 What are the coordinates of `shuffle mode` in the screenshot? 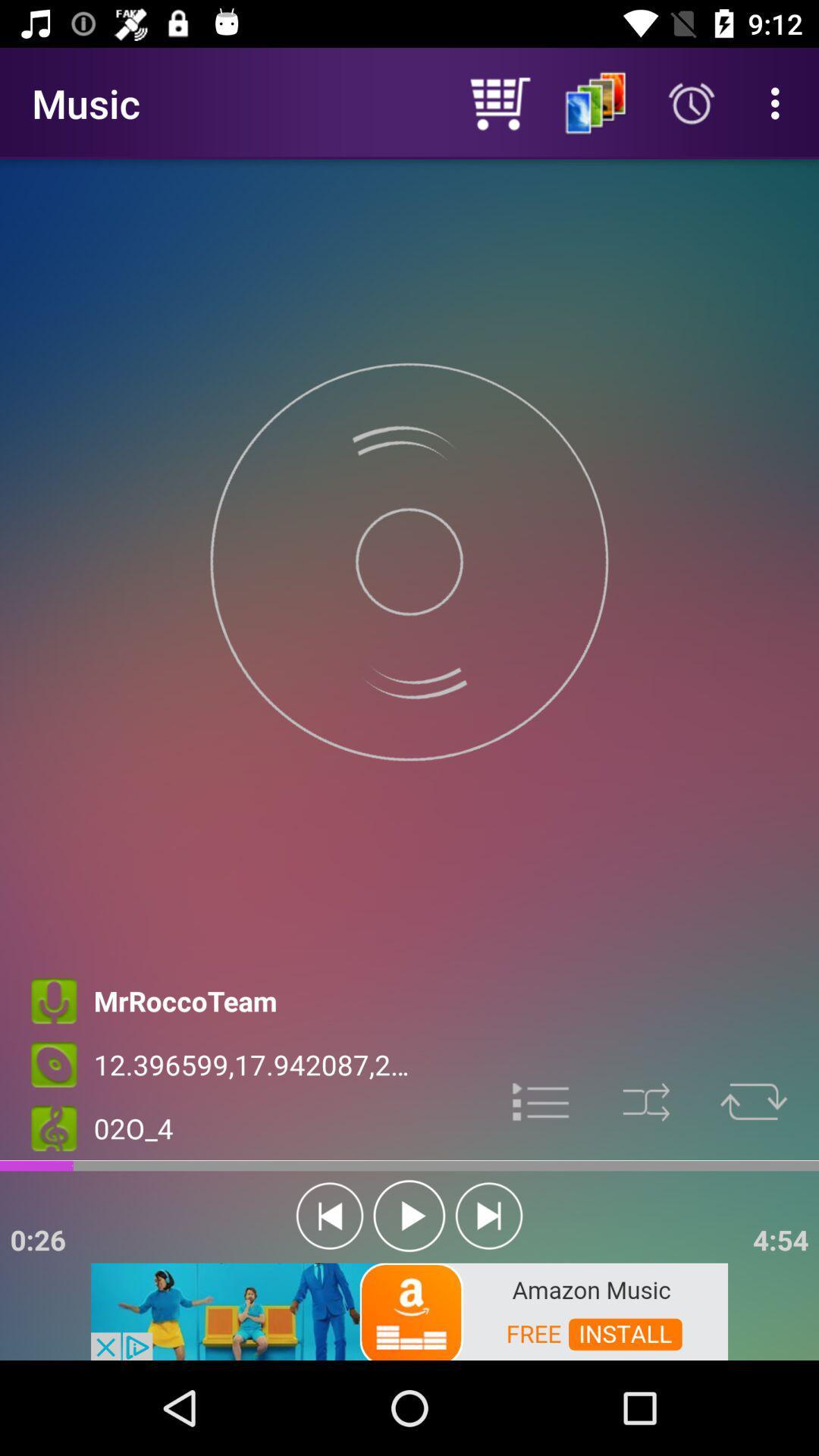 It's located at (646, 1102).